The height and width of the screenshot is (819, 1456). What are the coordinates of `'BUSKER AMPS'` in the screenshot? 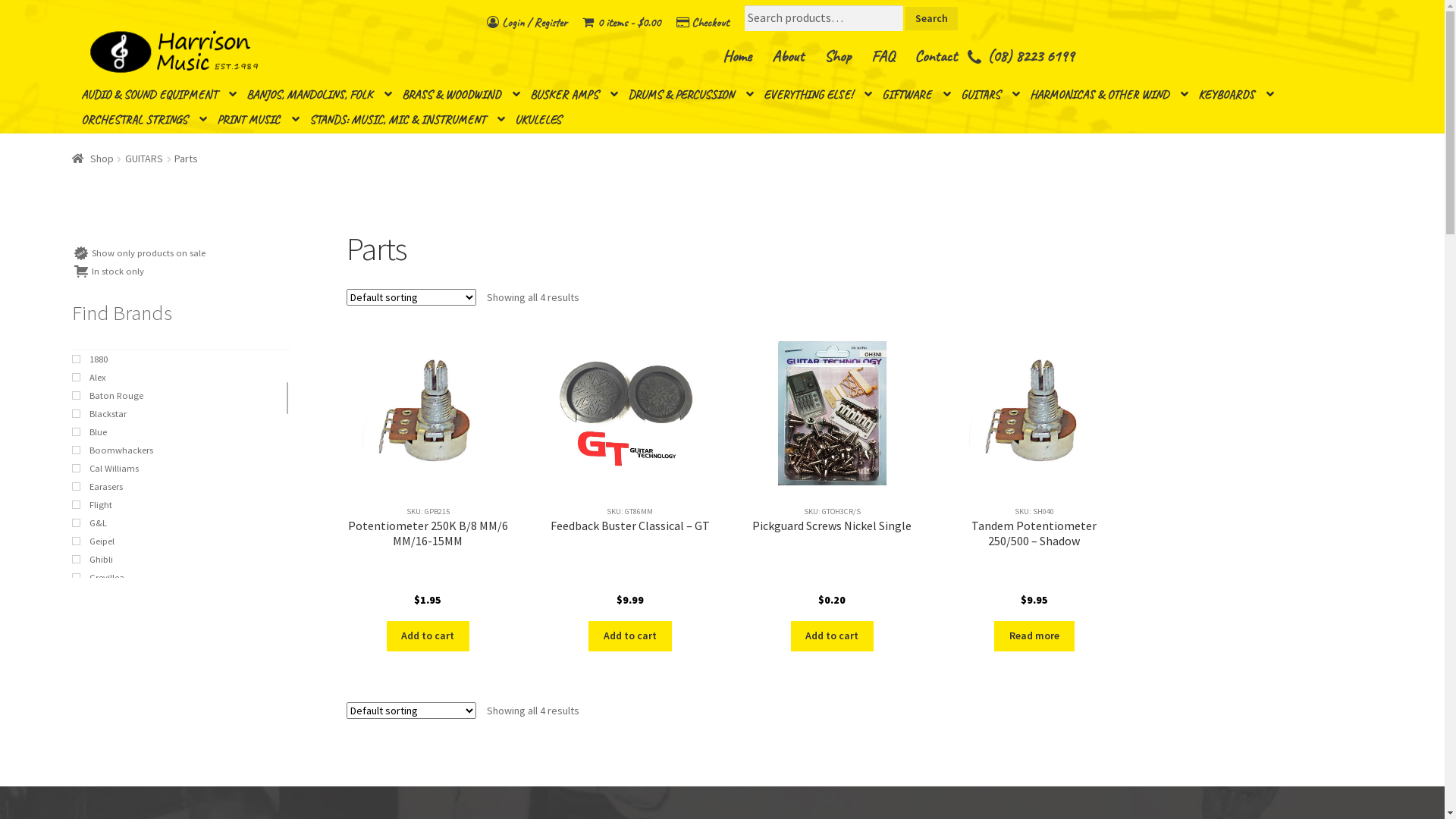 It's located at (573, 95).